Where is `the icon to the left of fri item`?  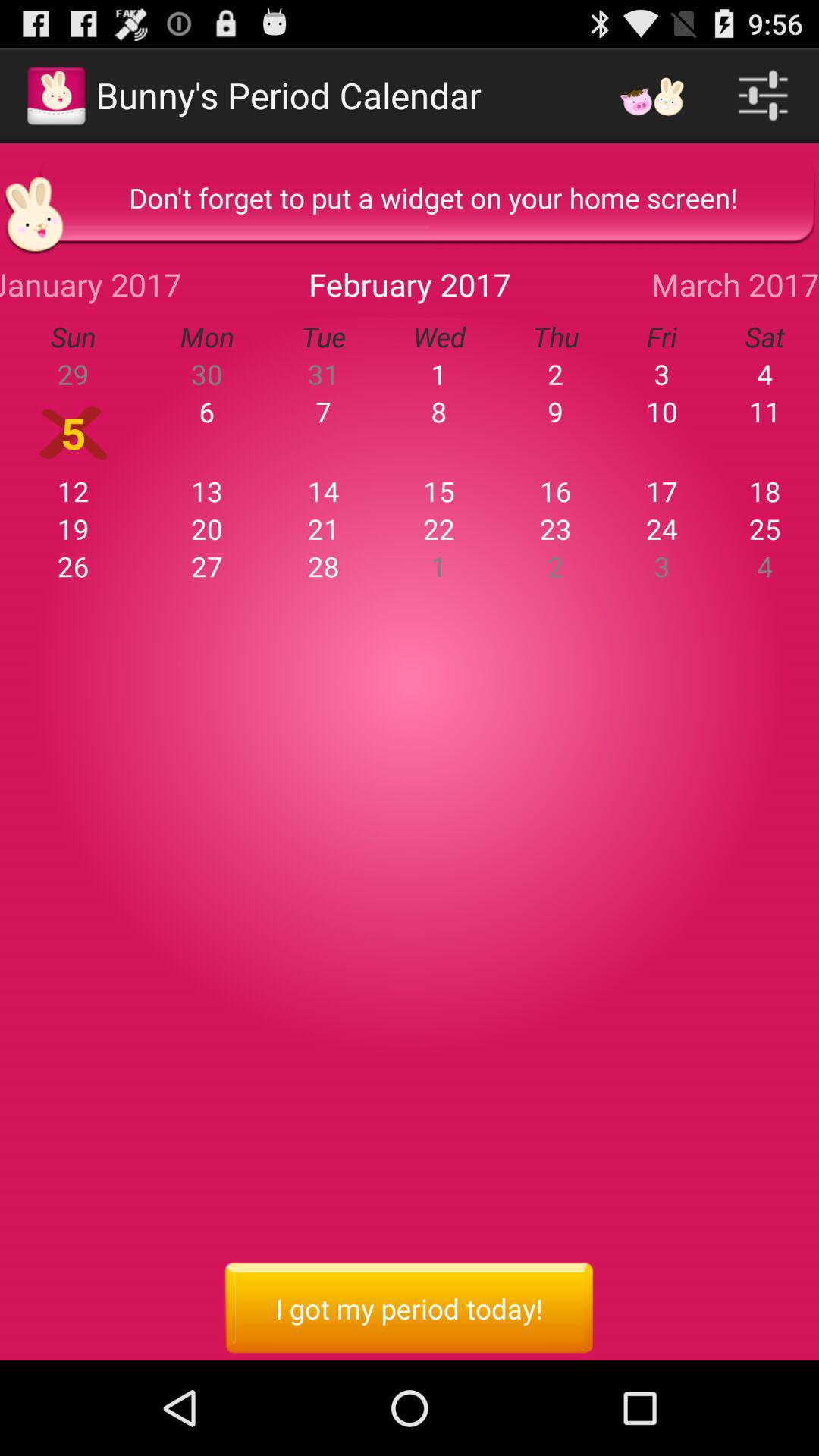 the icon to the left of fri item is located at coordinates (556, 336).